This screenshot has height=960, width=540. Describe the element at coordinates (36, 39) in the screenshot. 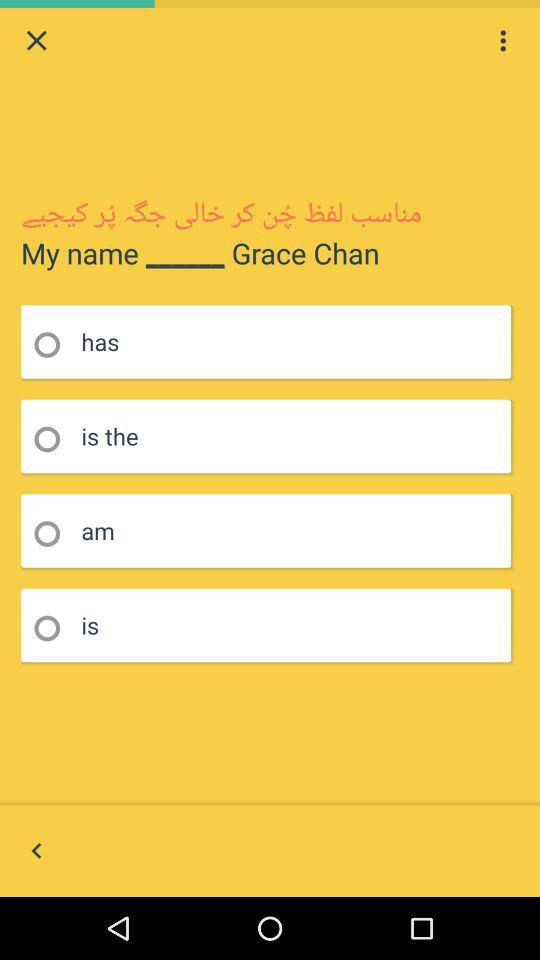

I see `exit button` at that location.